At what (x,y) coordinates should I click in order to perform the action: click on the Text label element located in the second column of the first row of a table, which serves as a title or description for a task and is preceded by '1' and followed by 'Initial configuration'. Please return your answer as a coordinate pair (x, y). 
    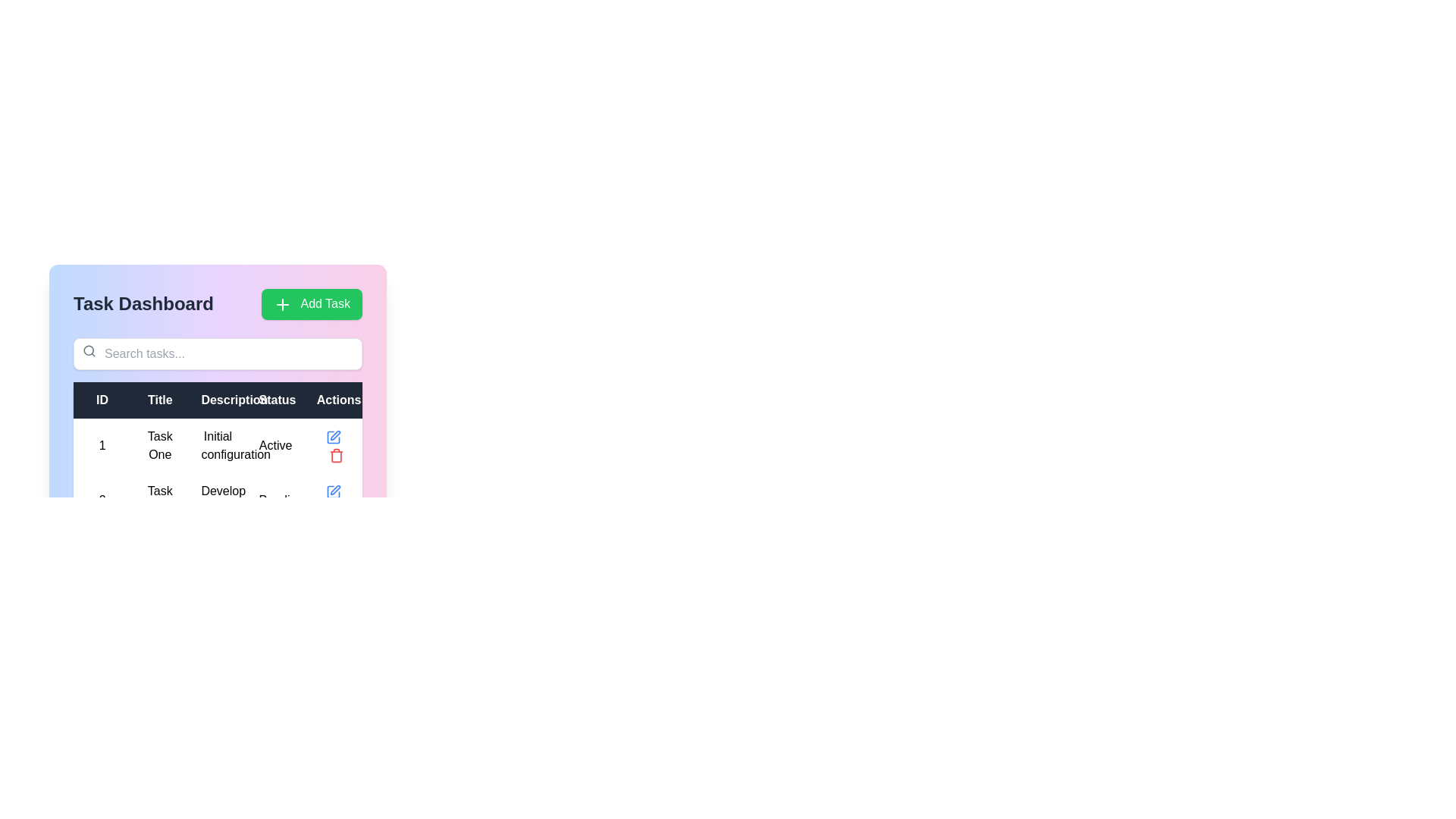
    Looking at the image, I should click on (160, 444).